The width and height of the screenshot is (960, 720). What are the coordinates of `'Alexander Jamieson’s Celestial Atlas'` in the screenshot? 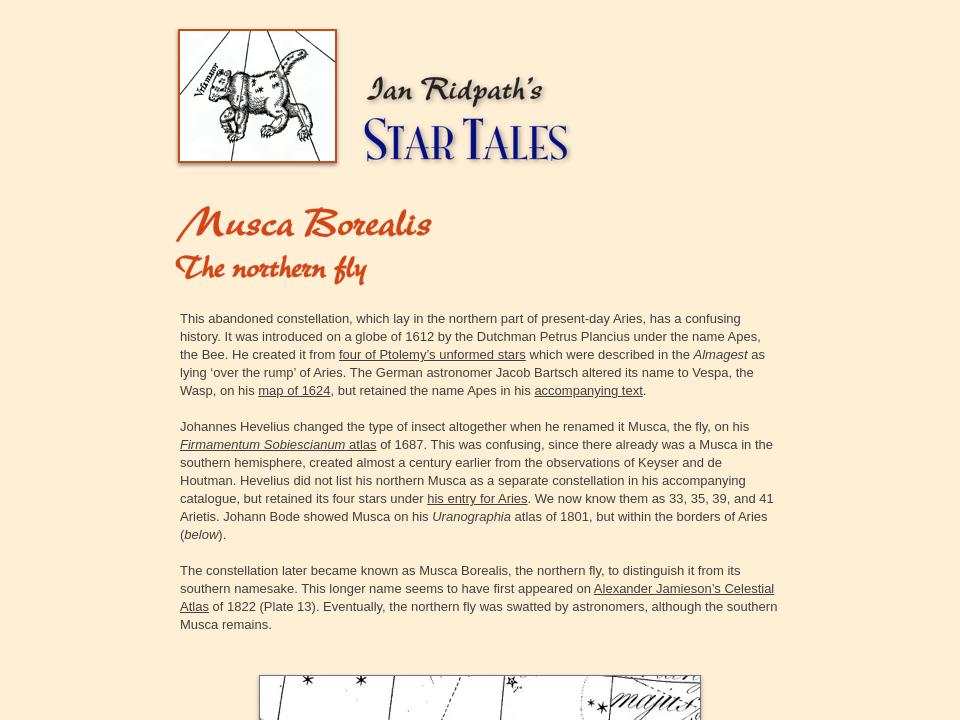 It's located at (477, 596).